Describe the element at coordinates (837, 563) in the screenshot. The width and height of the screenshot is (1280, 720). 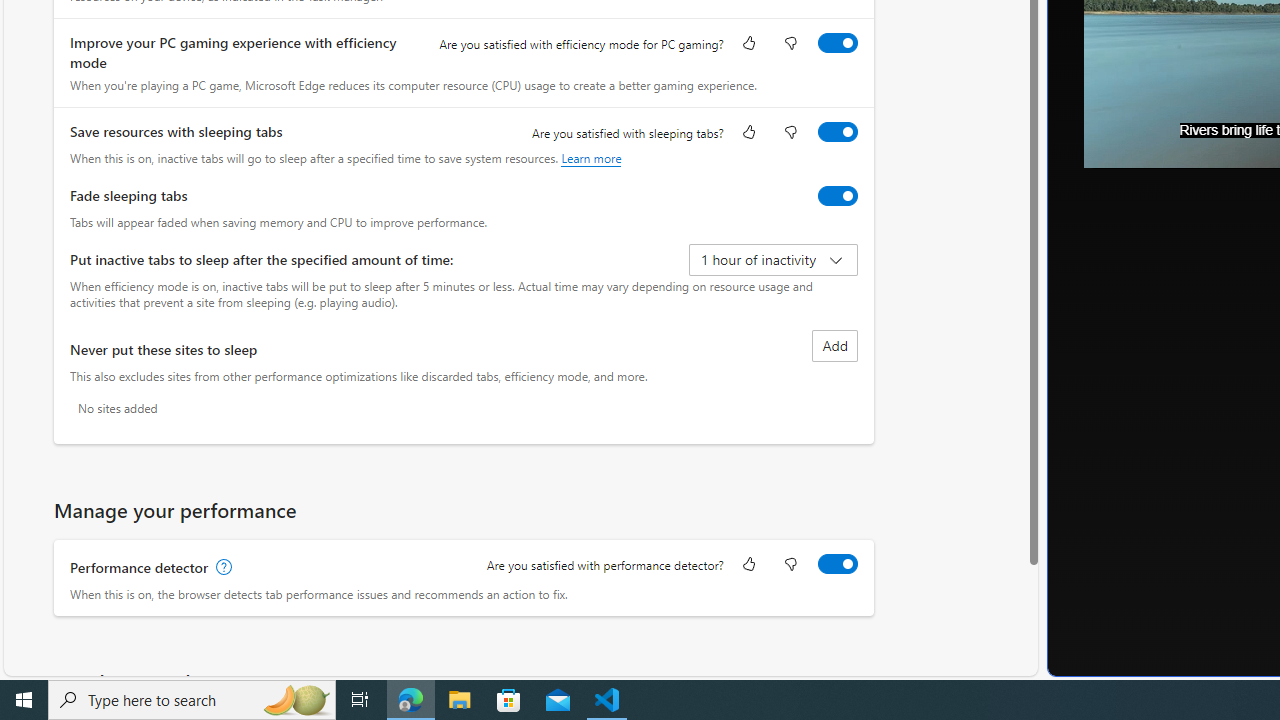
I see `'Performance detector'` at that location.